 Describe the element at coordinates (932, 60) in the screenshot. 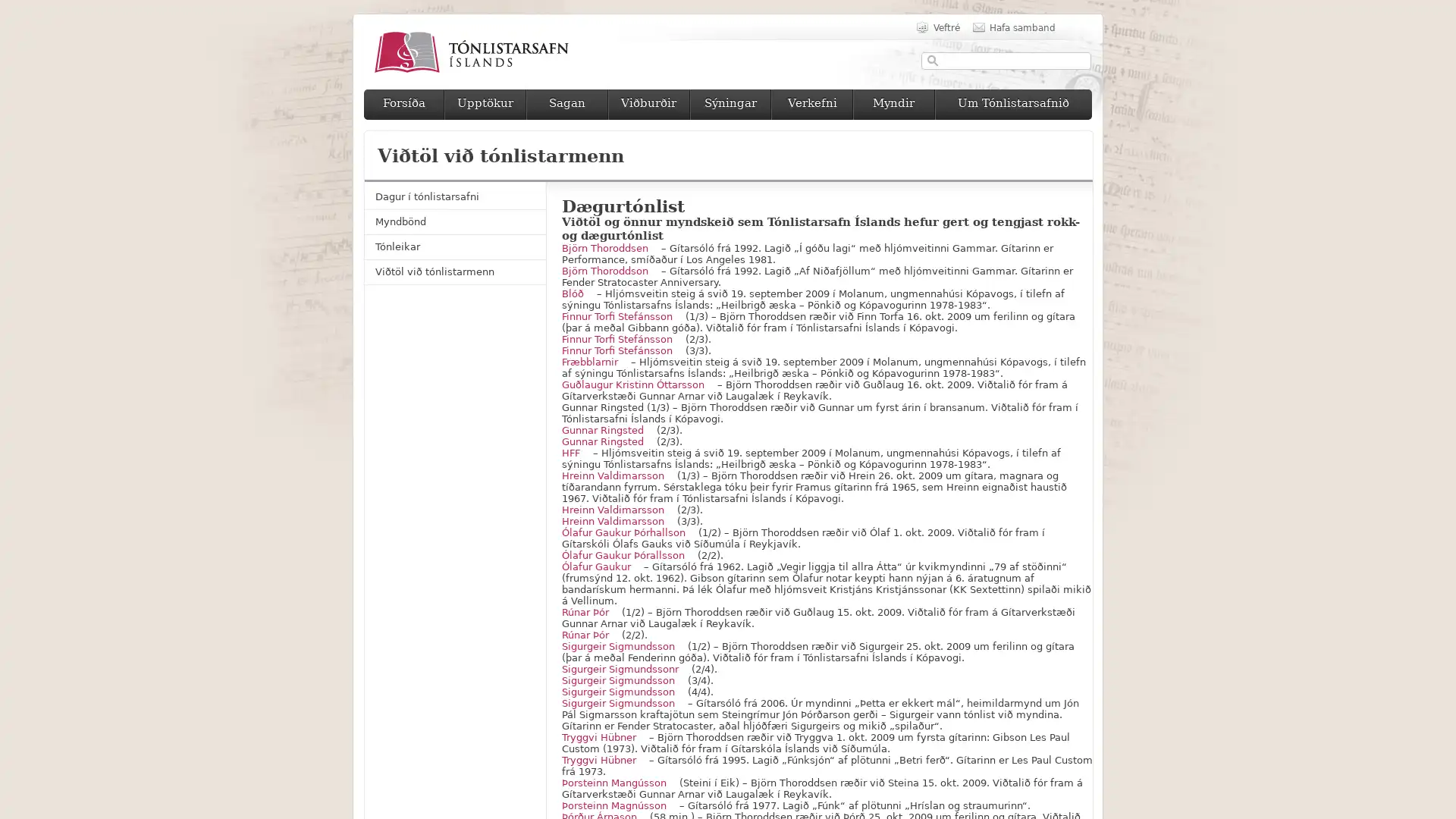

I see `Leita` at that location.